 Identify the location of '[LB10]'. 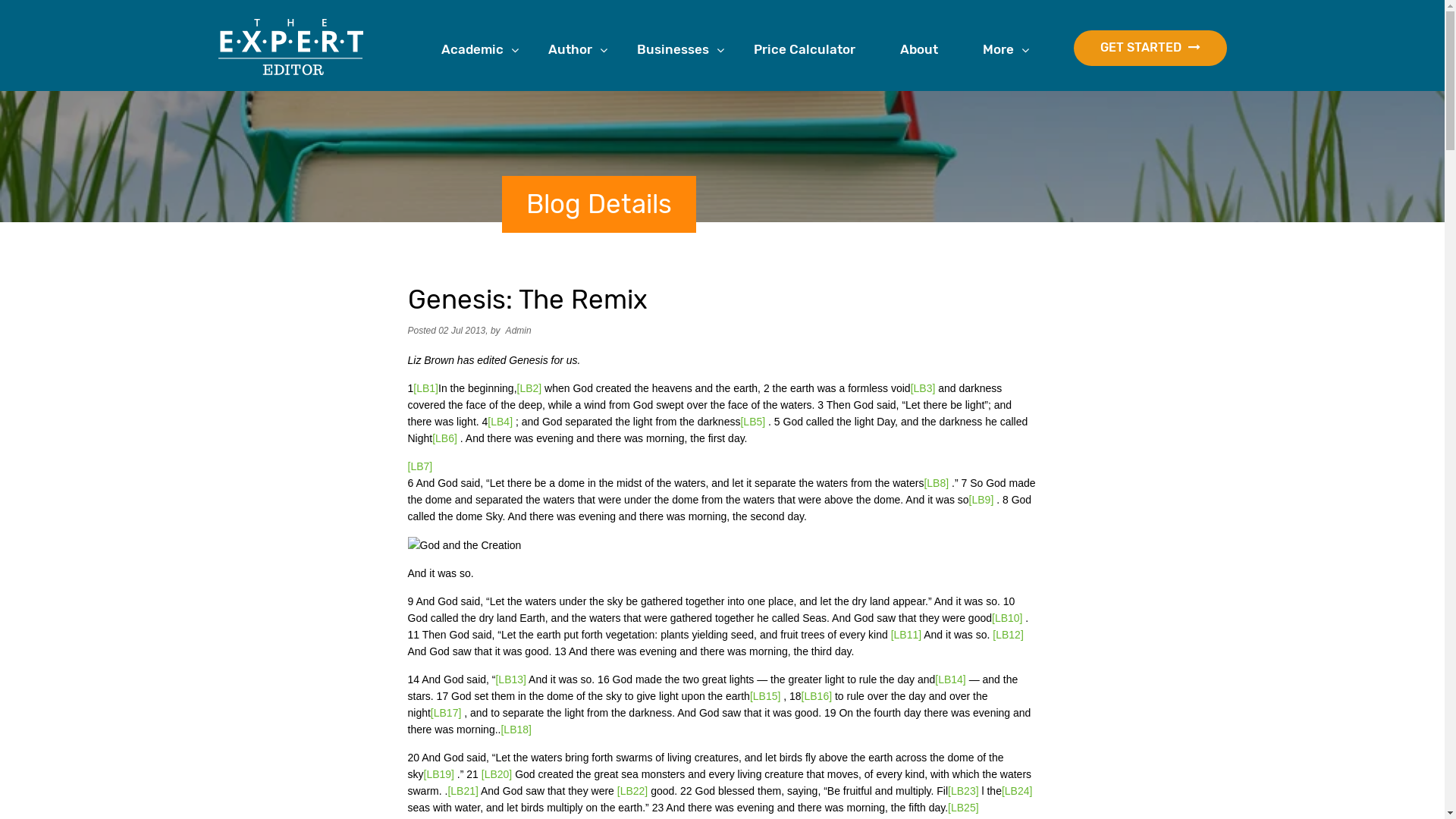
(1007, 617).